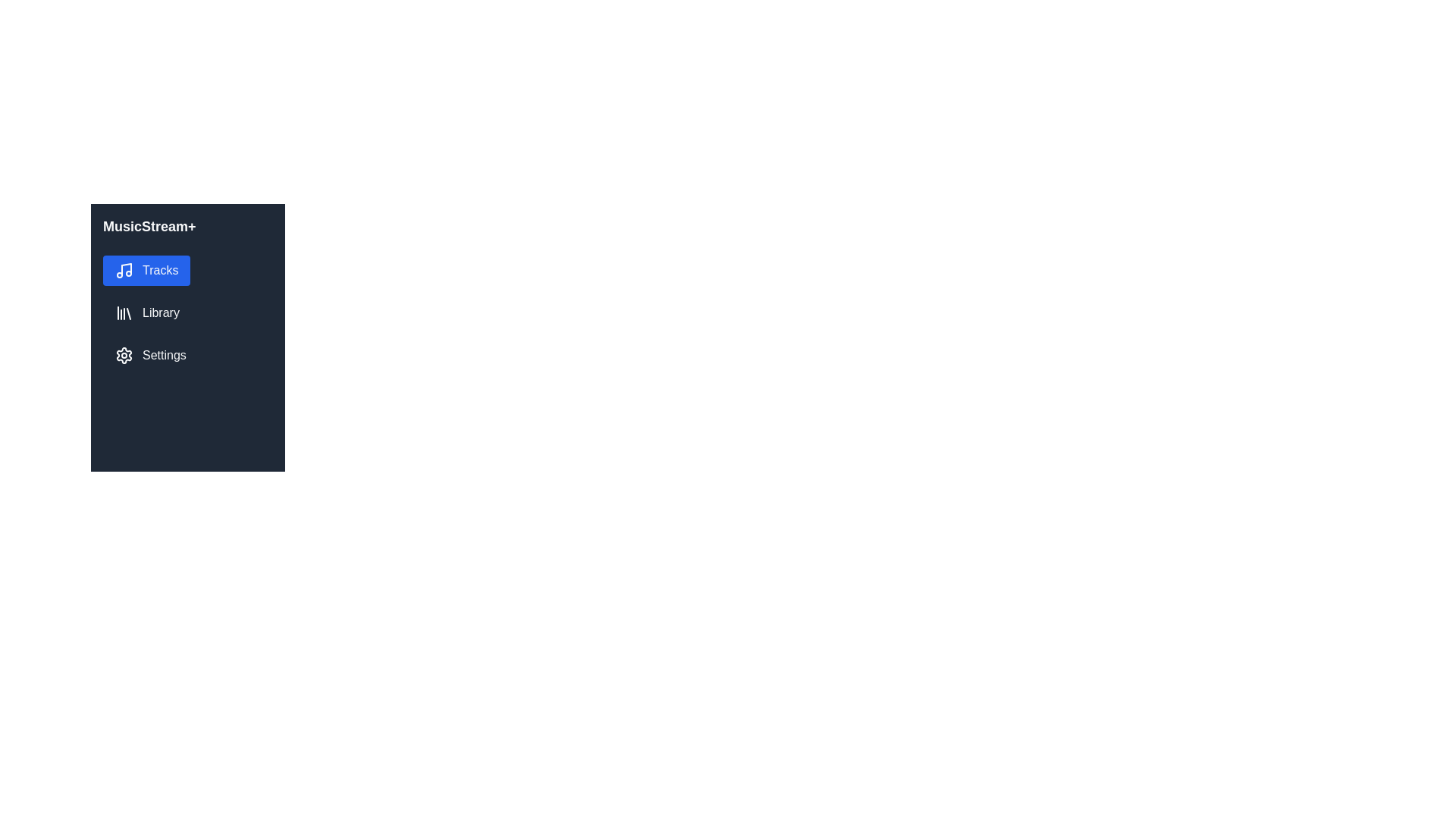  Describe the element at coordinates (124, 356) in the screenshot. I see `the gear-shaped icon that opens the application settings, located within the 'Settings' option in the vertical navigation menu` at that location.